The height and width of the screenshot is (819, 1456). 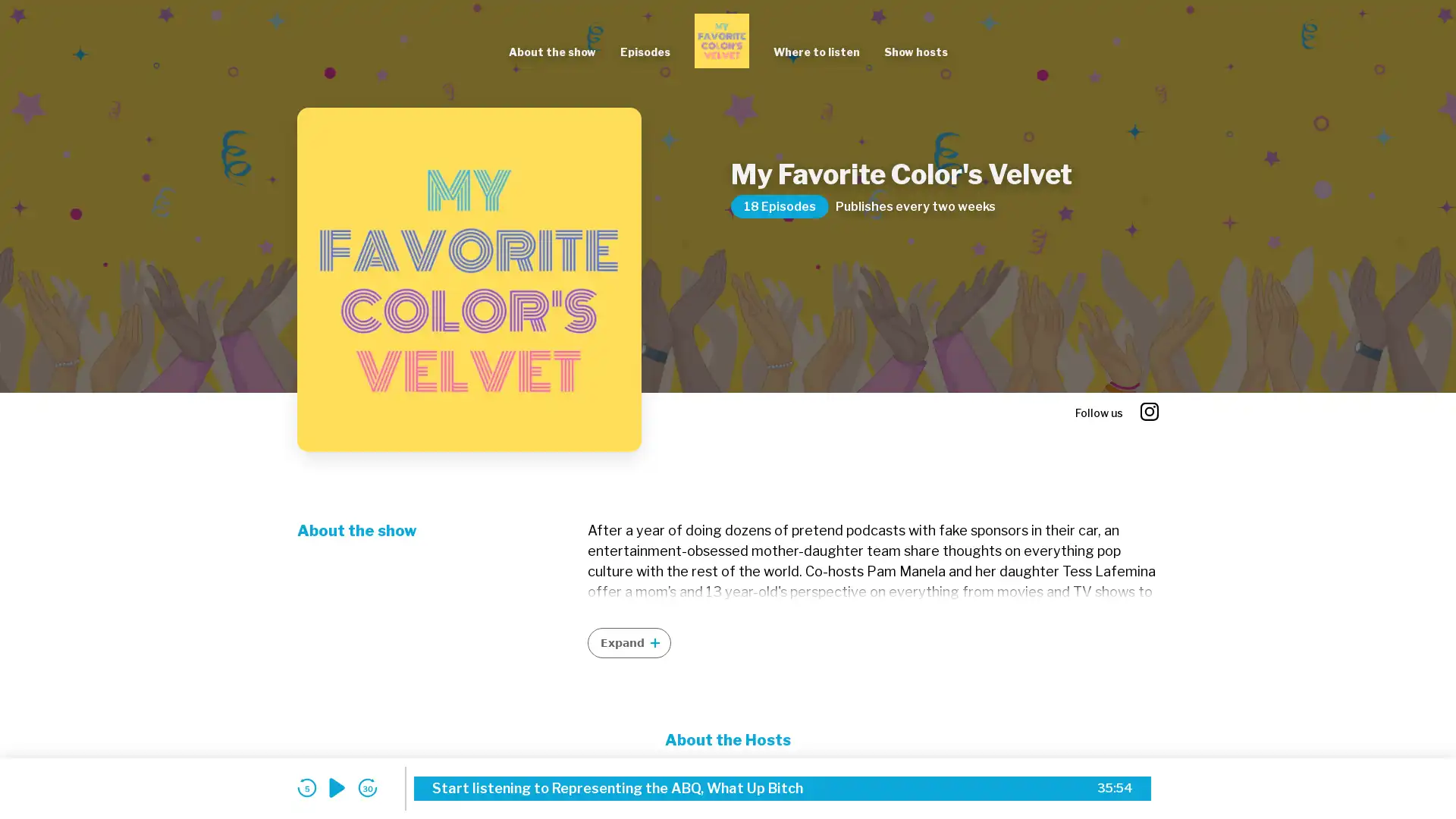 I want to click on skip forward 30 seconds, so click(x=367, y=787).